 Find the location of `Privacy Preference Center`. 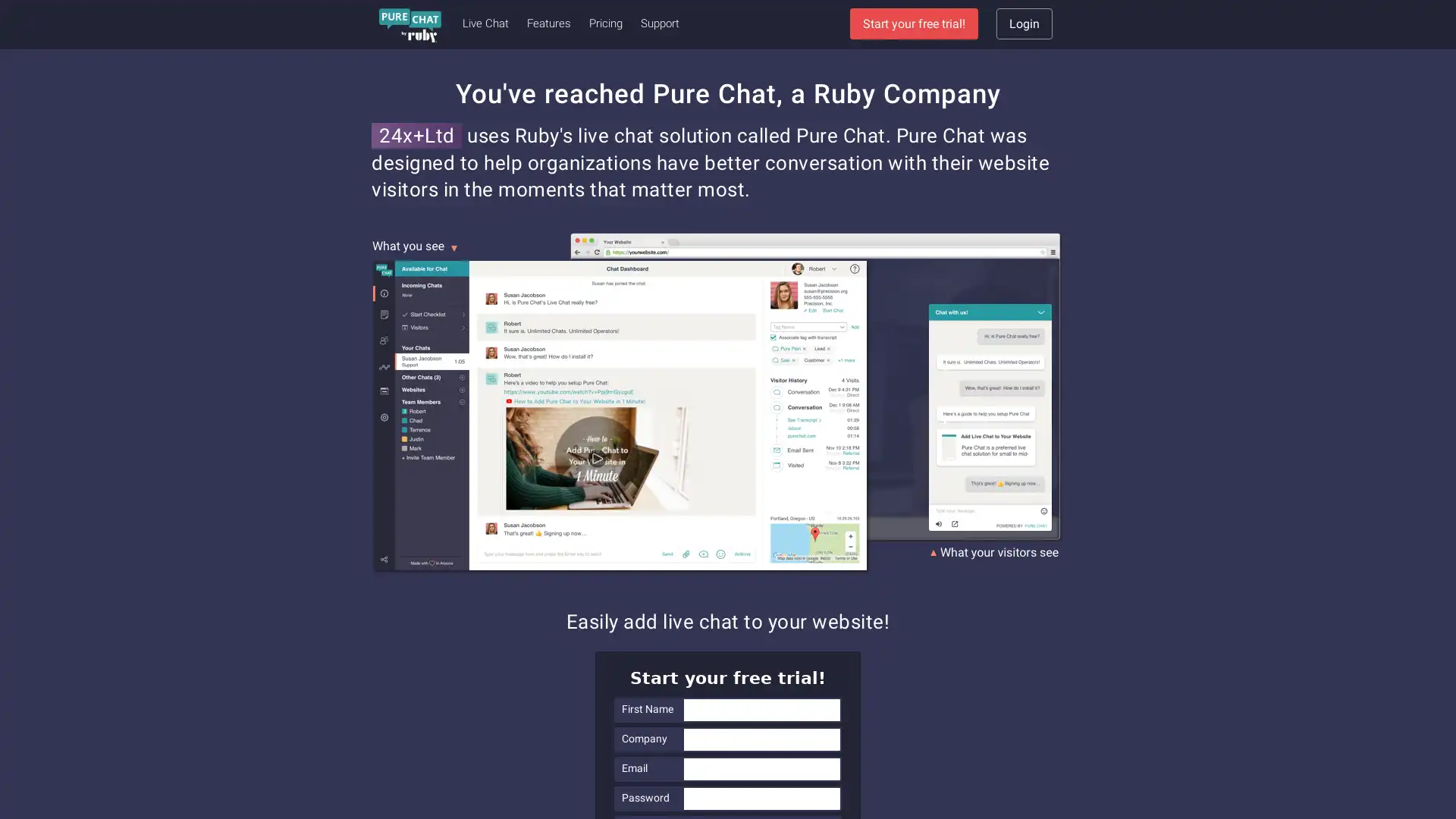

Privacy Preference Center is located at coordinates (504, 755).